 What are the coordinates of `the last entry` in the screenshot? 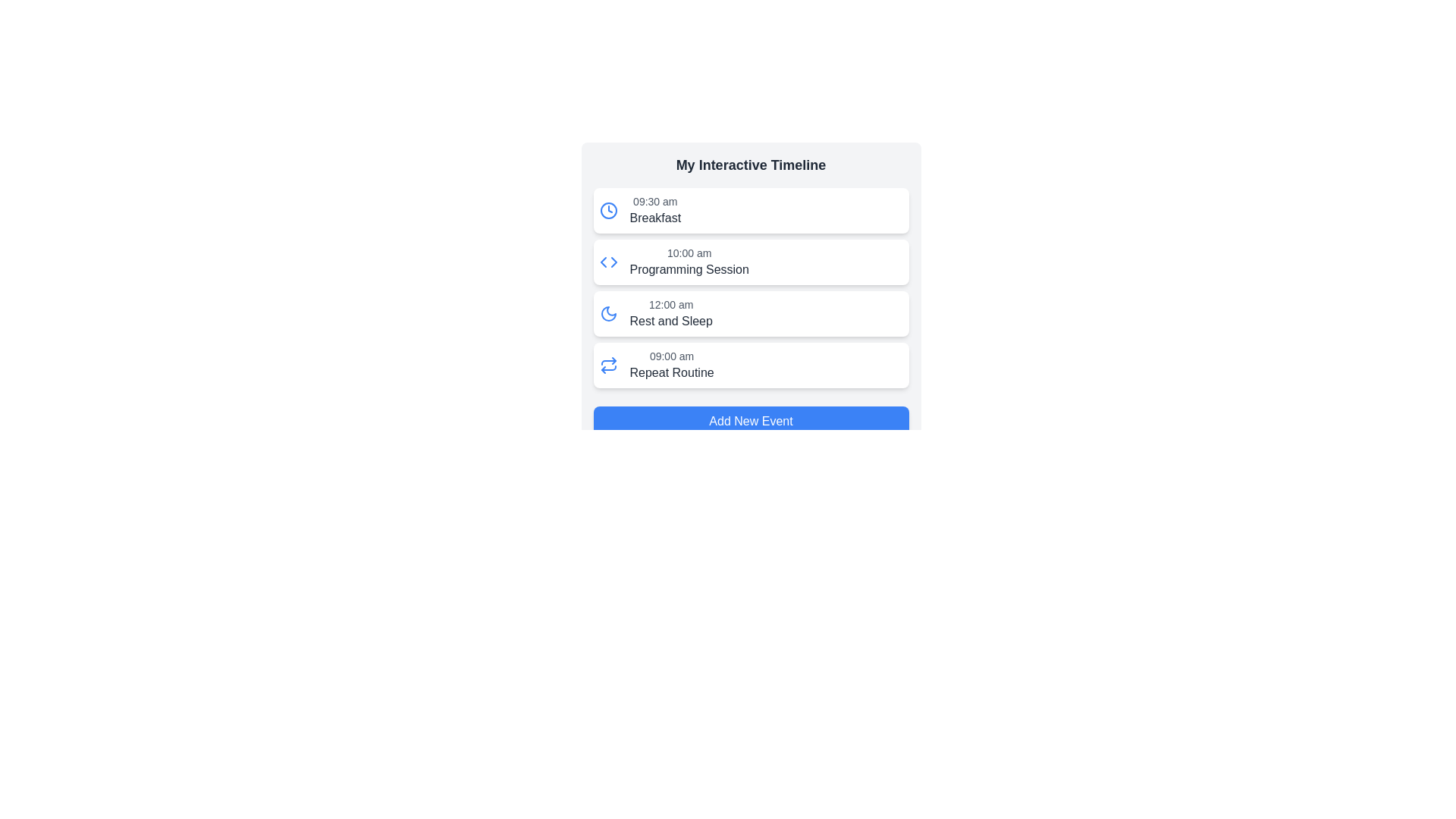 It's located at (656, 366).